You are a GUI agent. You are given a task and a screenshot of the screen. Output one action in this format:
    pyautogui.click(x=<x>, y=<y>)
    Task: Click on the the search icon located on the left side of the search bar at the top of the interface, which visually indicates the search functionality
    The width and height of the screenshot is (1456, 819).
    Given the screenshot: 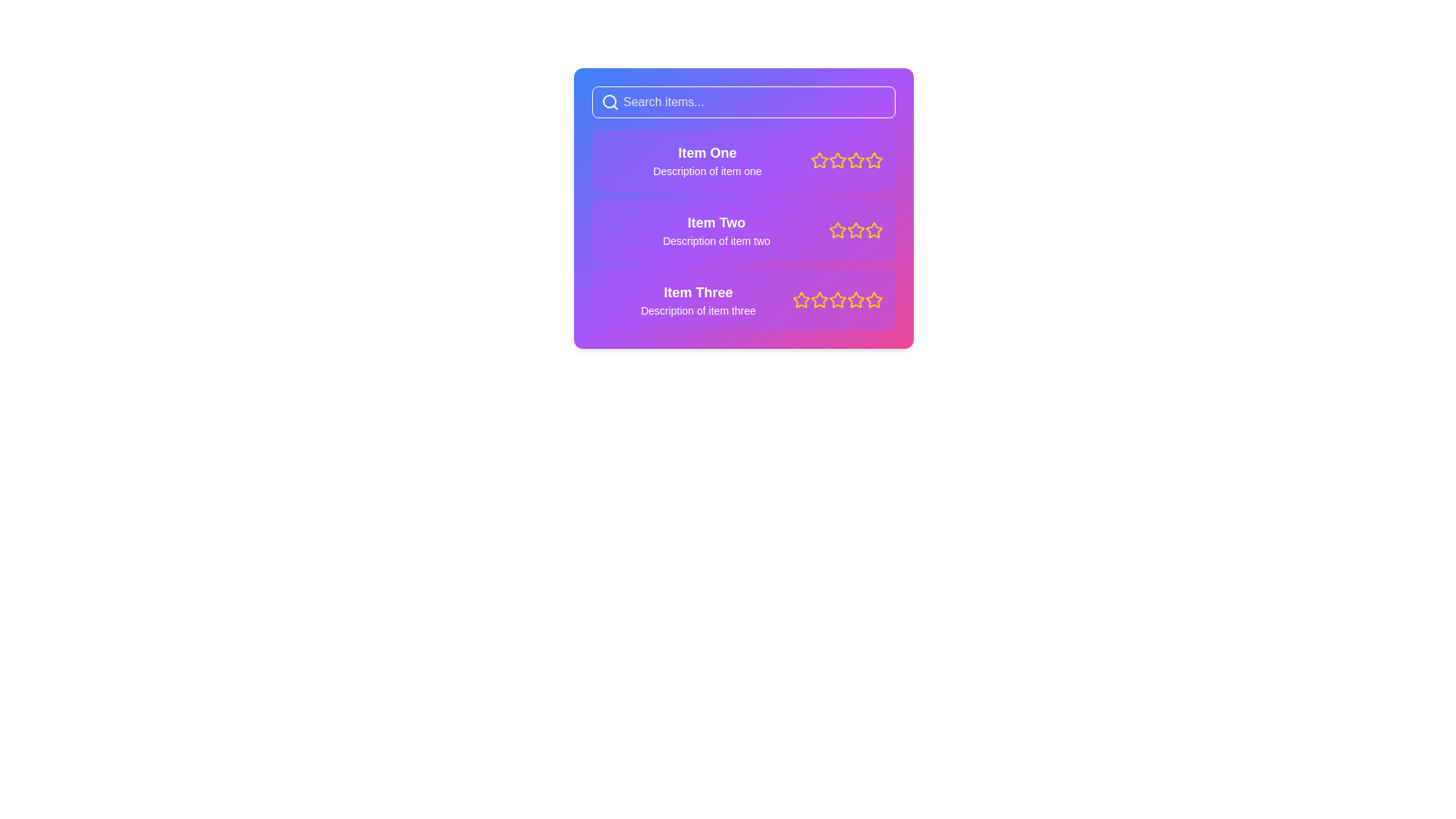 What is the action you would take?
    pyautogui.click(x=610, y=102)
    